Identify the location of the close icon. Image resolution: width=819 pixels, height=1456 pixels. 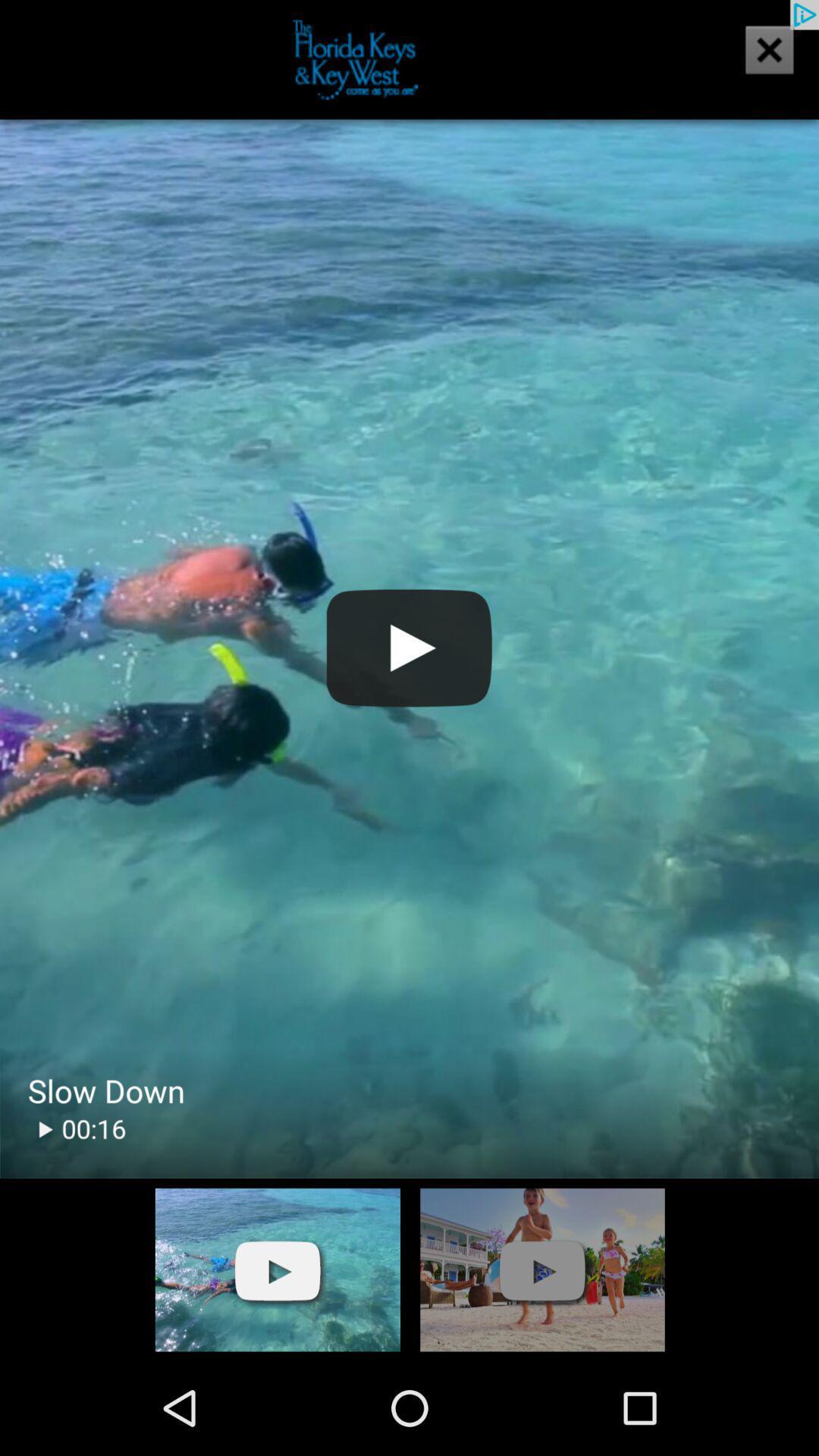
(769, 53).